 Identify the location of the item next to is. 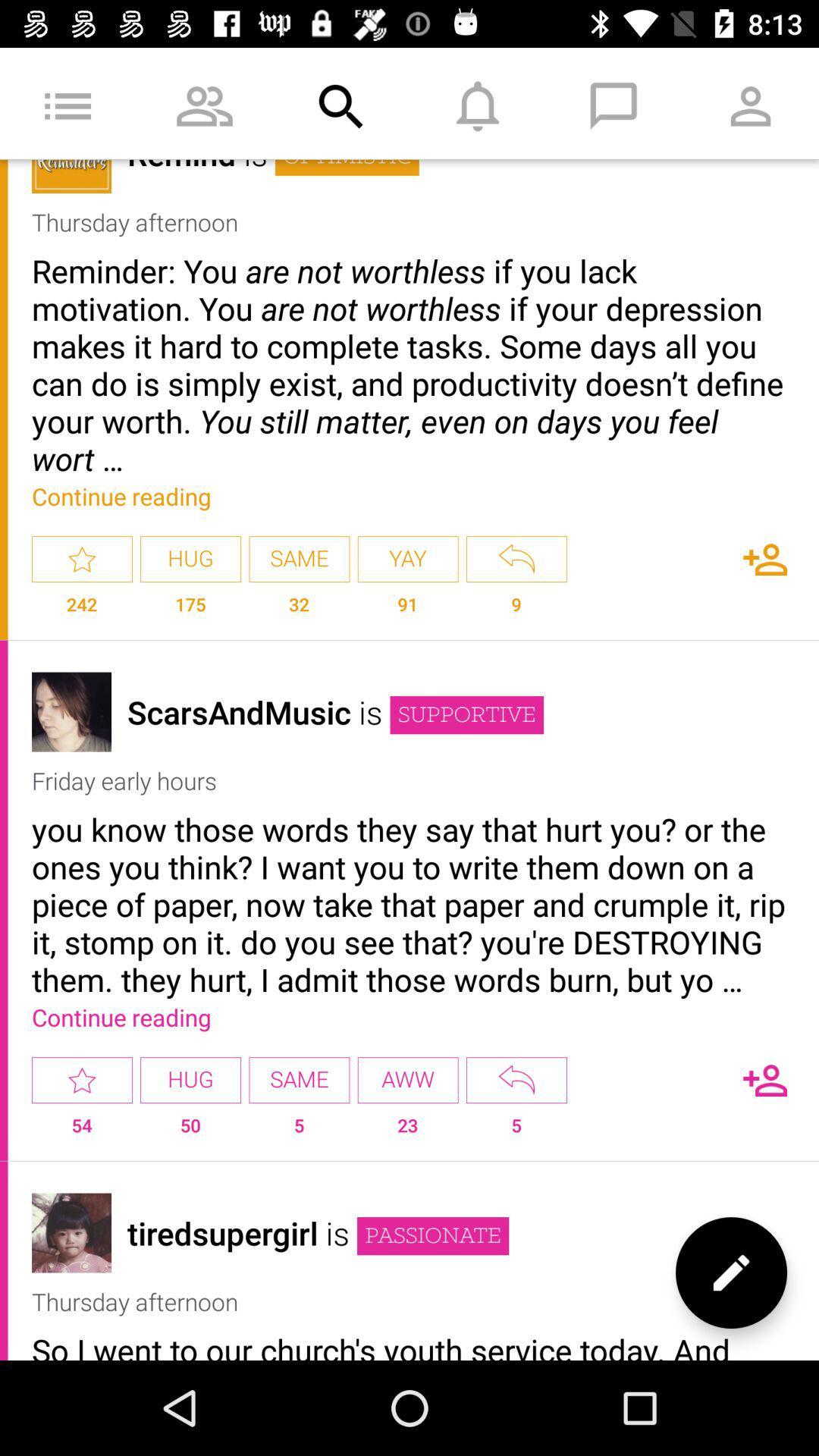
(239, 711).